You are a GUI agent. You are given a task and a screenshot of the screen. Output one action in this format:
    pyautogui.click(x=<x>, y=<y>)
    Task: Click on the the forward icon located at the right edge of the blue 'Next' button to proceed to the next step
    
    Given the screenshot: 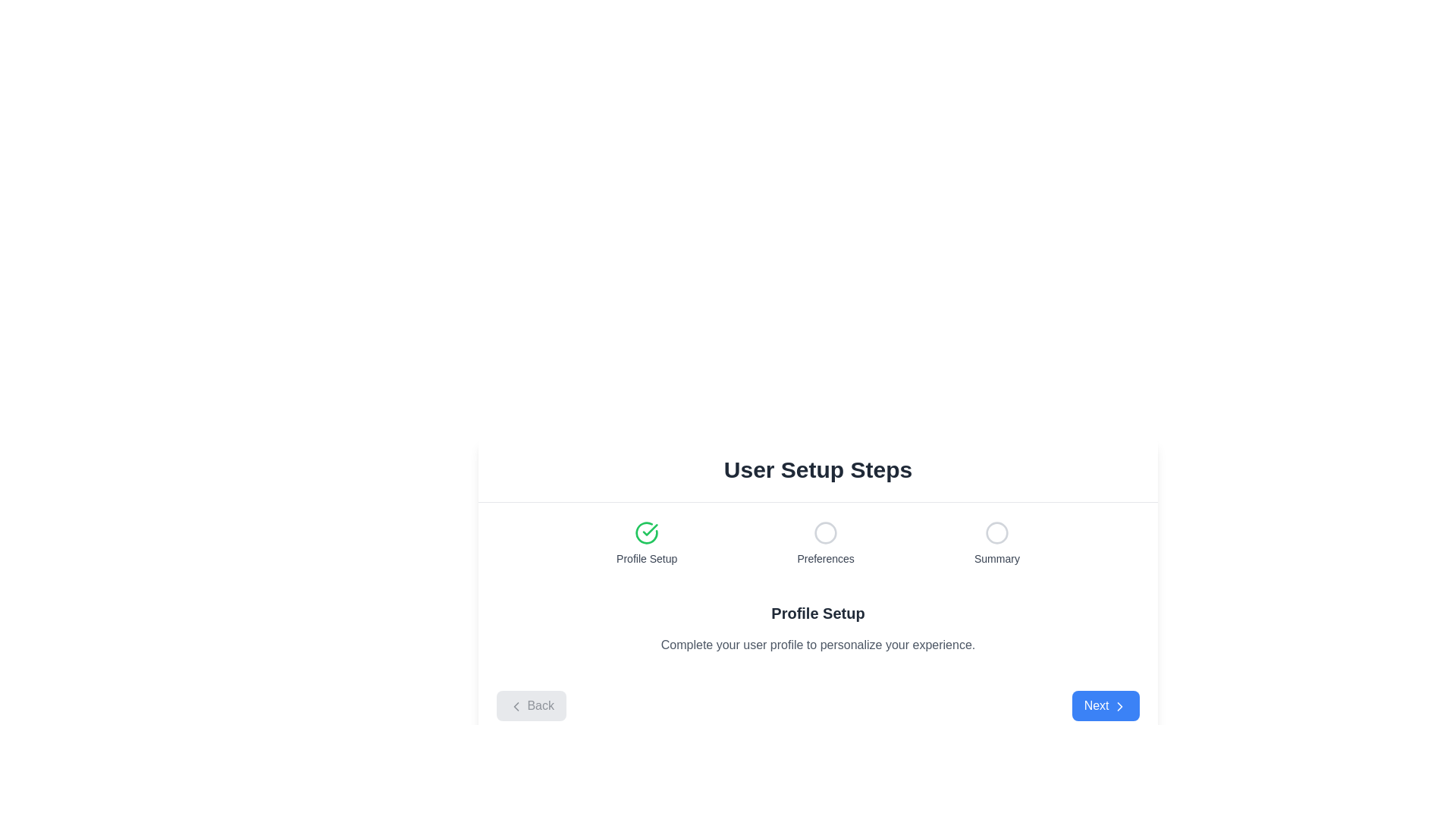 What is the action you would take?
    pyautogui.click(x=1120, y=705)
    